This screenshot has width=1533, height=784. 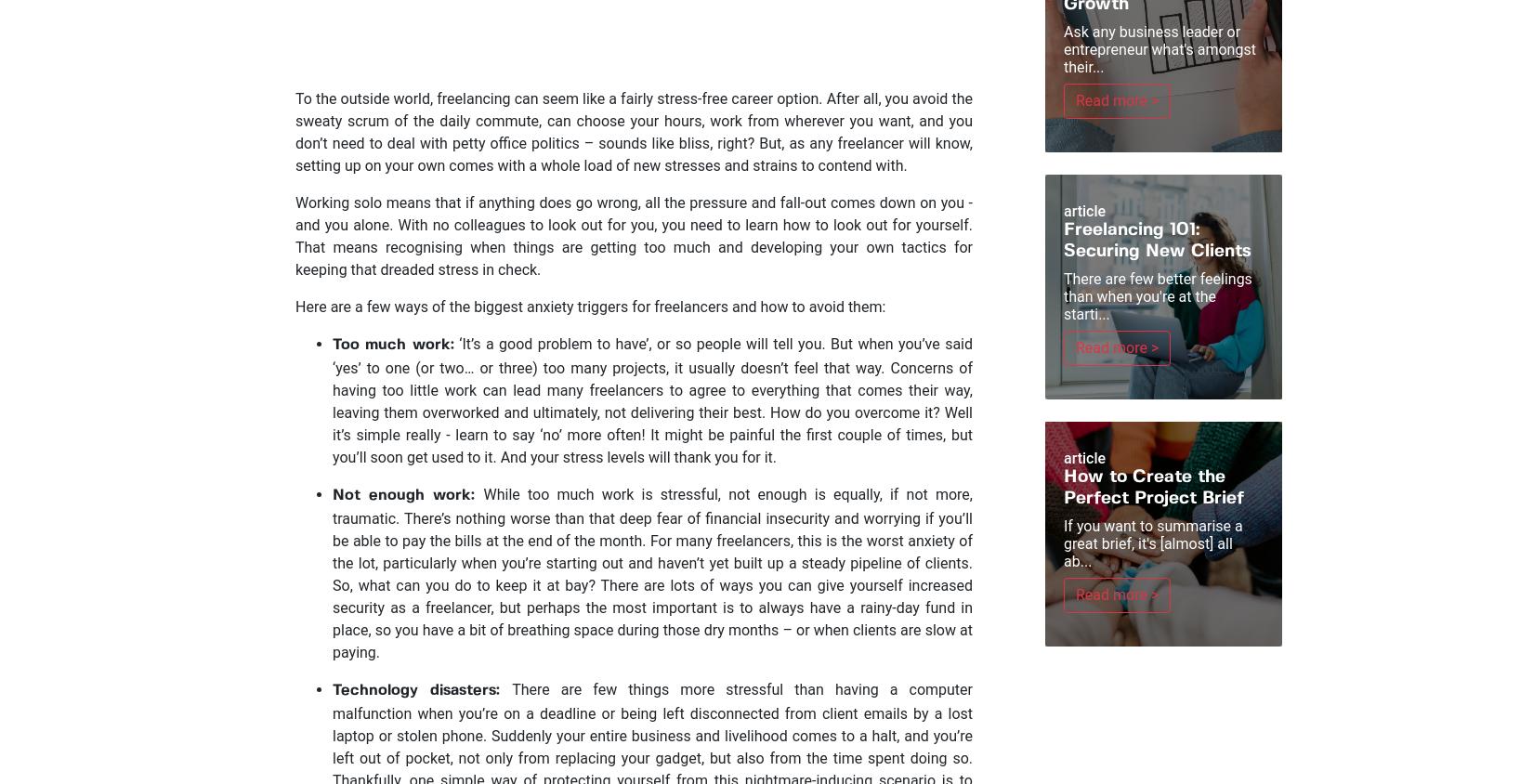 I want to click on 'Working solo means that if anything does go wrong, all the pressure and fall-out comes down on you - and you alone. With no colleagues to look out for you, you need to learn how to look out for yourself. That means recognising when things are getting too much and developing your own tactics for keeping that dreaded stress in check.', so click(x=295, y=235).